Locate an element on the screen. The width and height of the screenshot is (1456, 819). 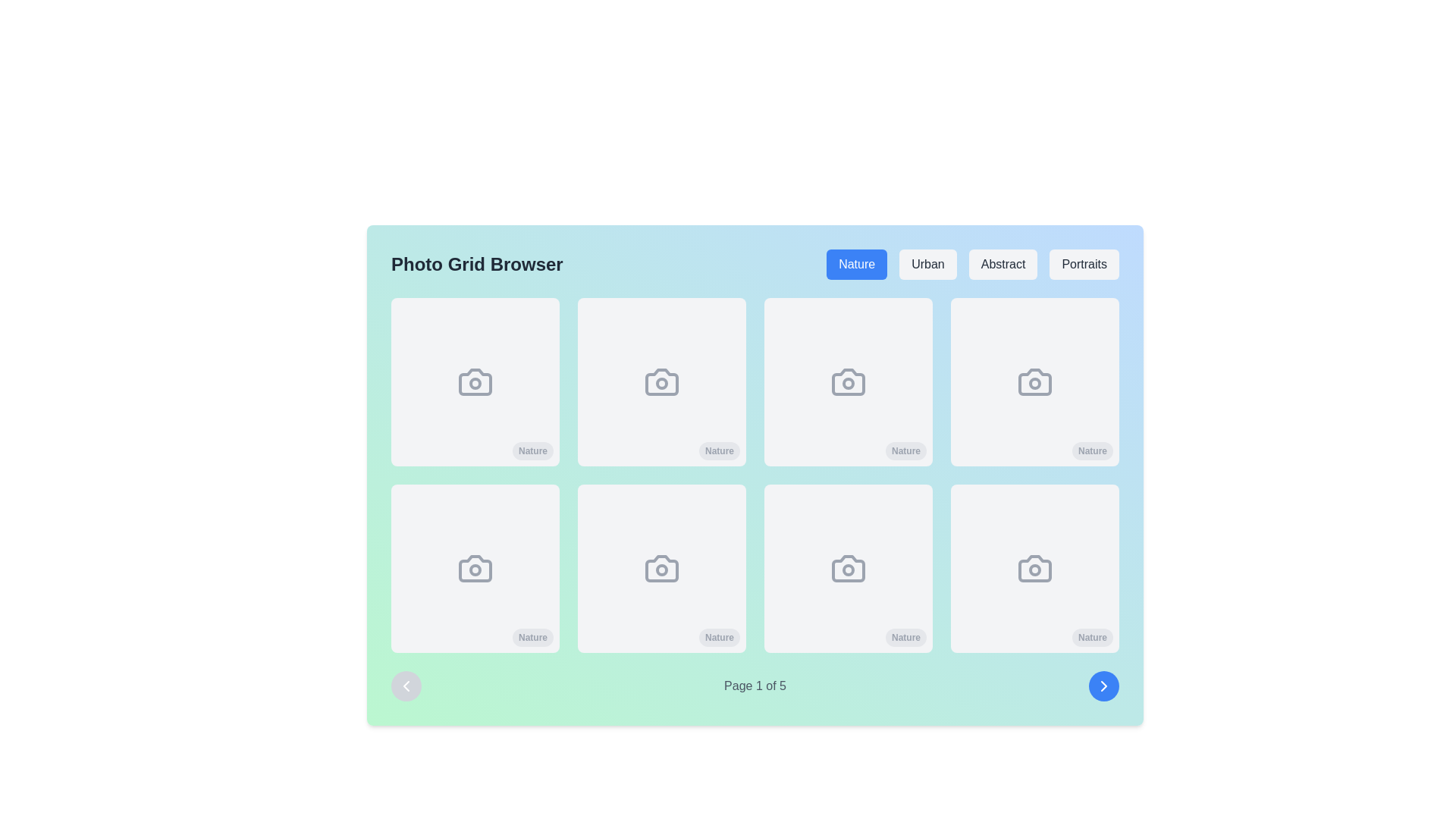
the camera icon located is located at coordinates (662, 568).